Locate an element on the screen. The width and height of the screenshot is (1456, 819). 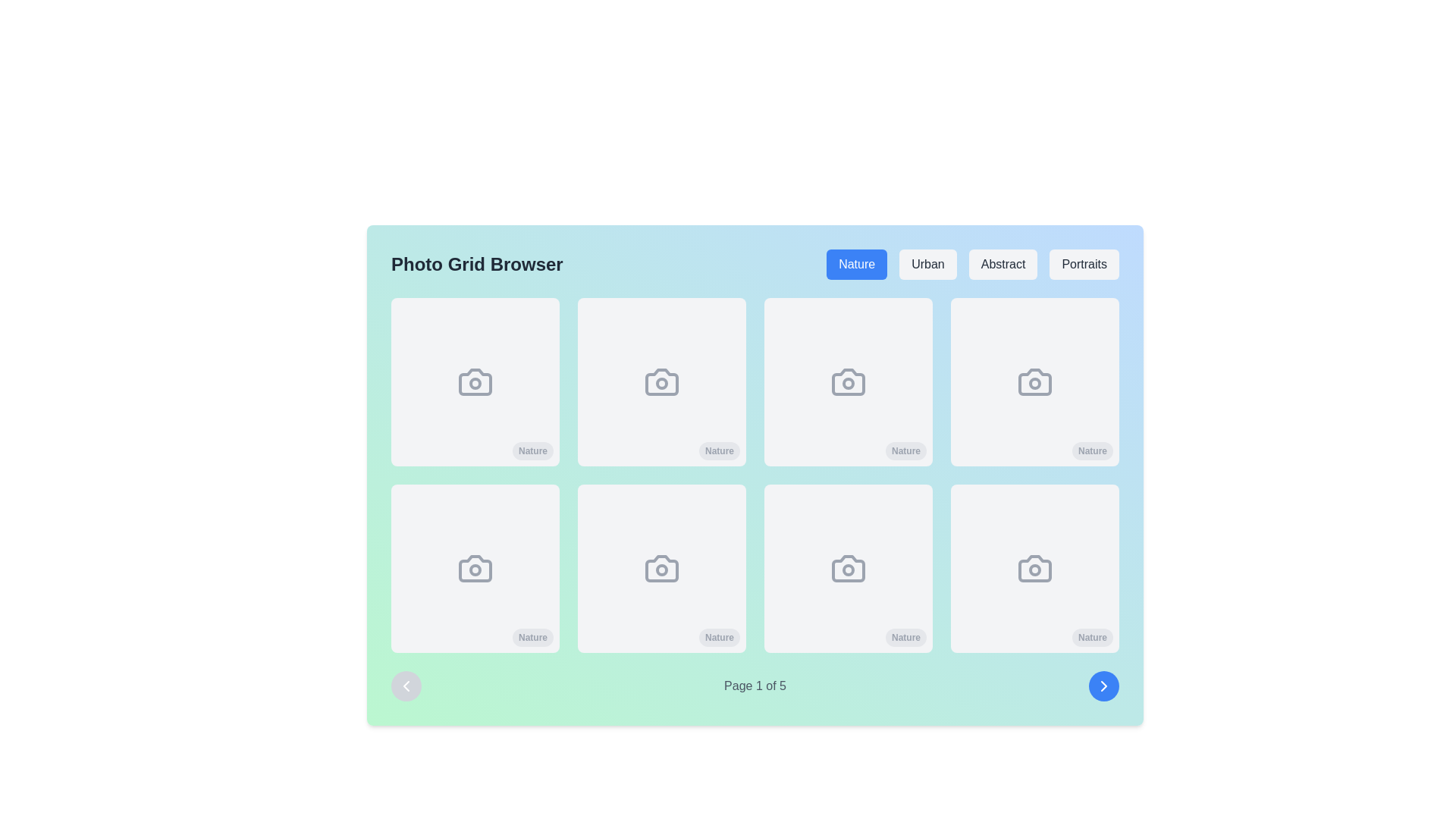
the camera icon located is located at coordinates (662, 568).